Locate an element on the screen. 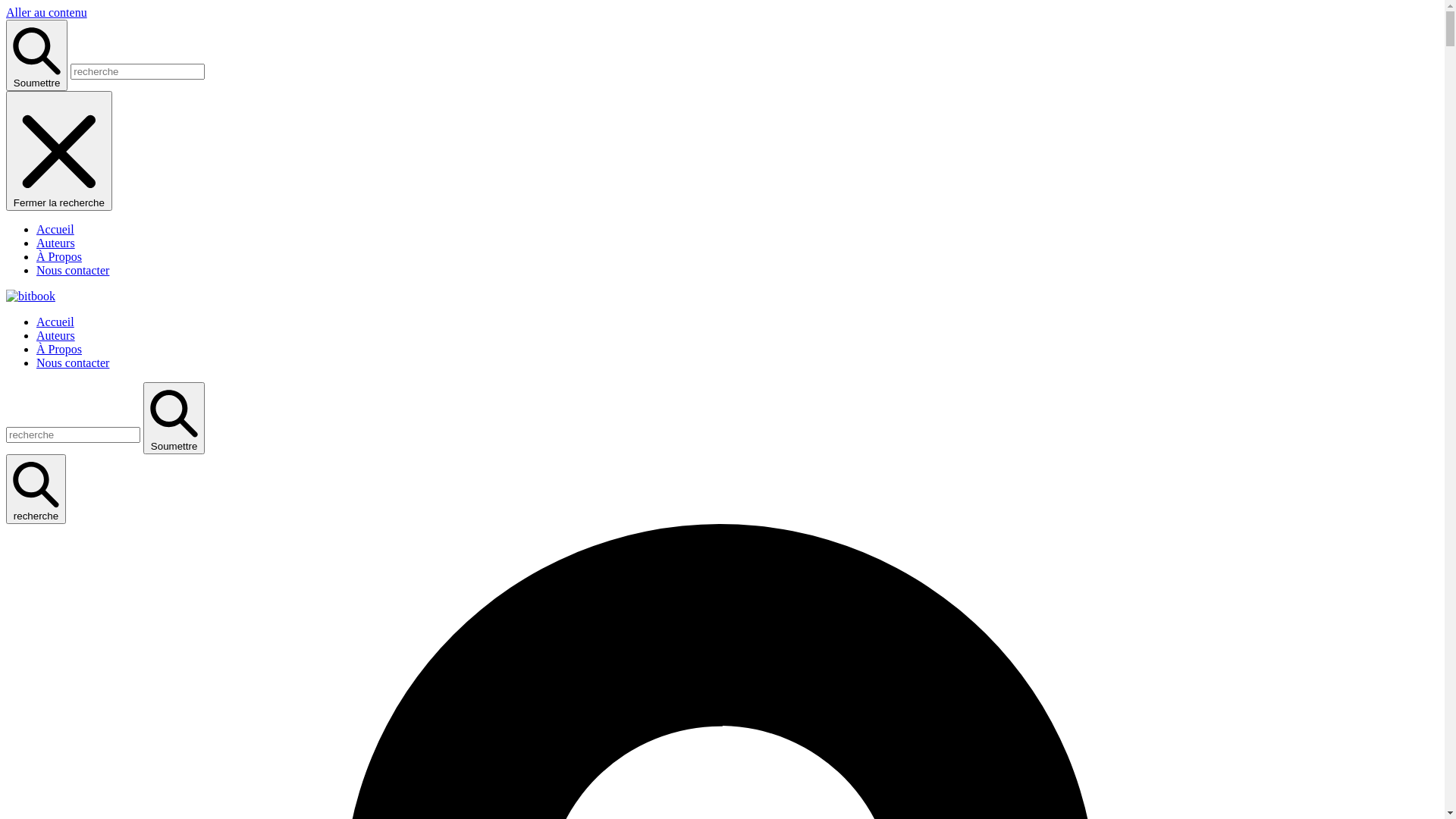 The image size is (1456, 819). 'Accueil' is located at coordinates (36, 321).